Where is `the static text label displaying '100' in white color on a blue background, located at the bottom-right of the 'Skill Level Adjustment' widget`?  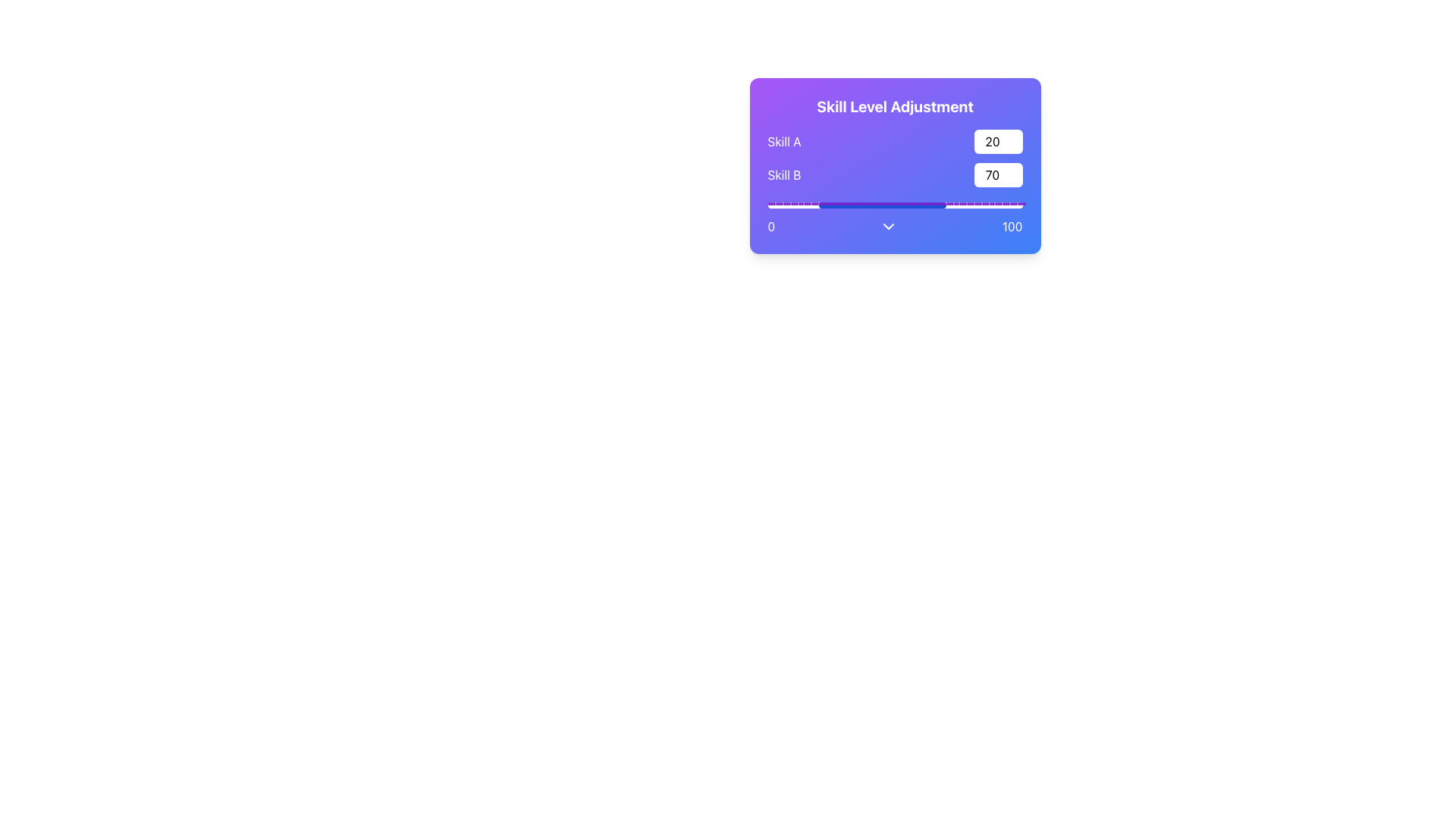
the static text label displaying '100' in white color on a blue background, located at the bottom-right of the 'Skill Level Adjustment' widget is located at coordinates (1012, 227).